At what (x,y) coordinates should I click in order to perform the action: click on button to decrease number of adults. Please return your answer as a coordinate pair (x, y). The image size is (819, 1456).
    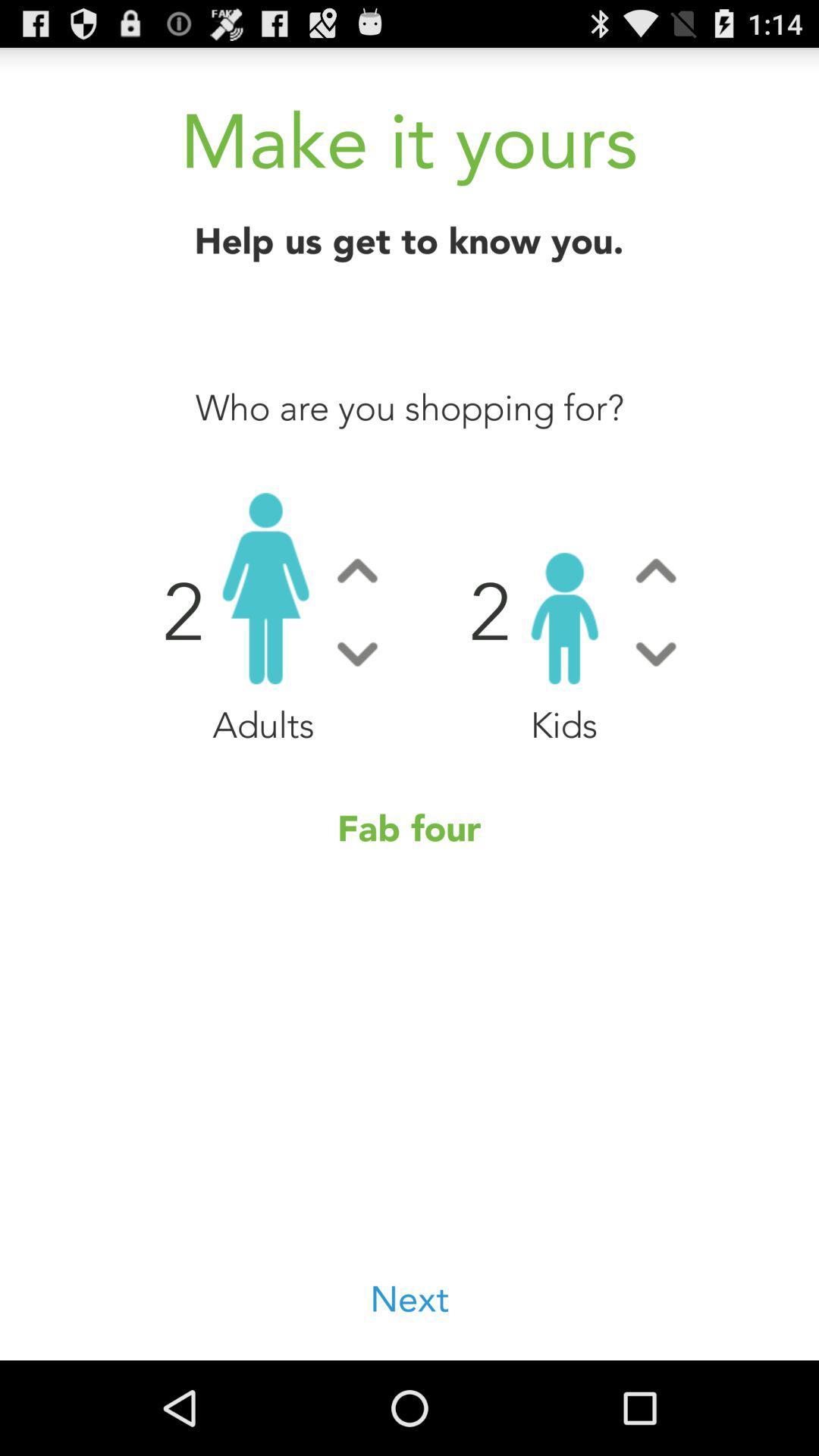
    Looking at the image, I should click on (357, 654).